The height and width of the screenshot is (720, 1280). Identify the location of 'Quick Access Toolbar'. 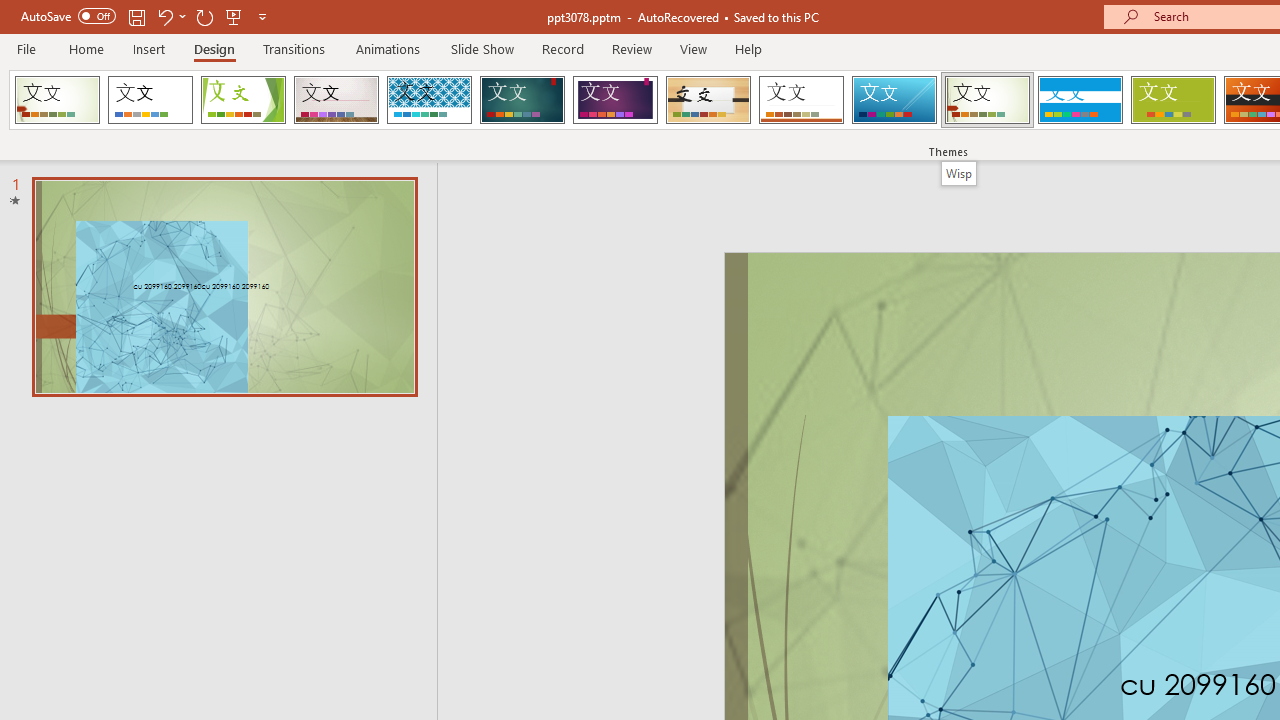
(144, 16).